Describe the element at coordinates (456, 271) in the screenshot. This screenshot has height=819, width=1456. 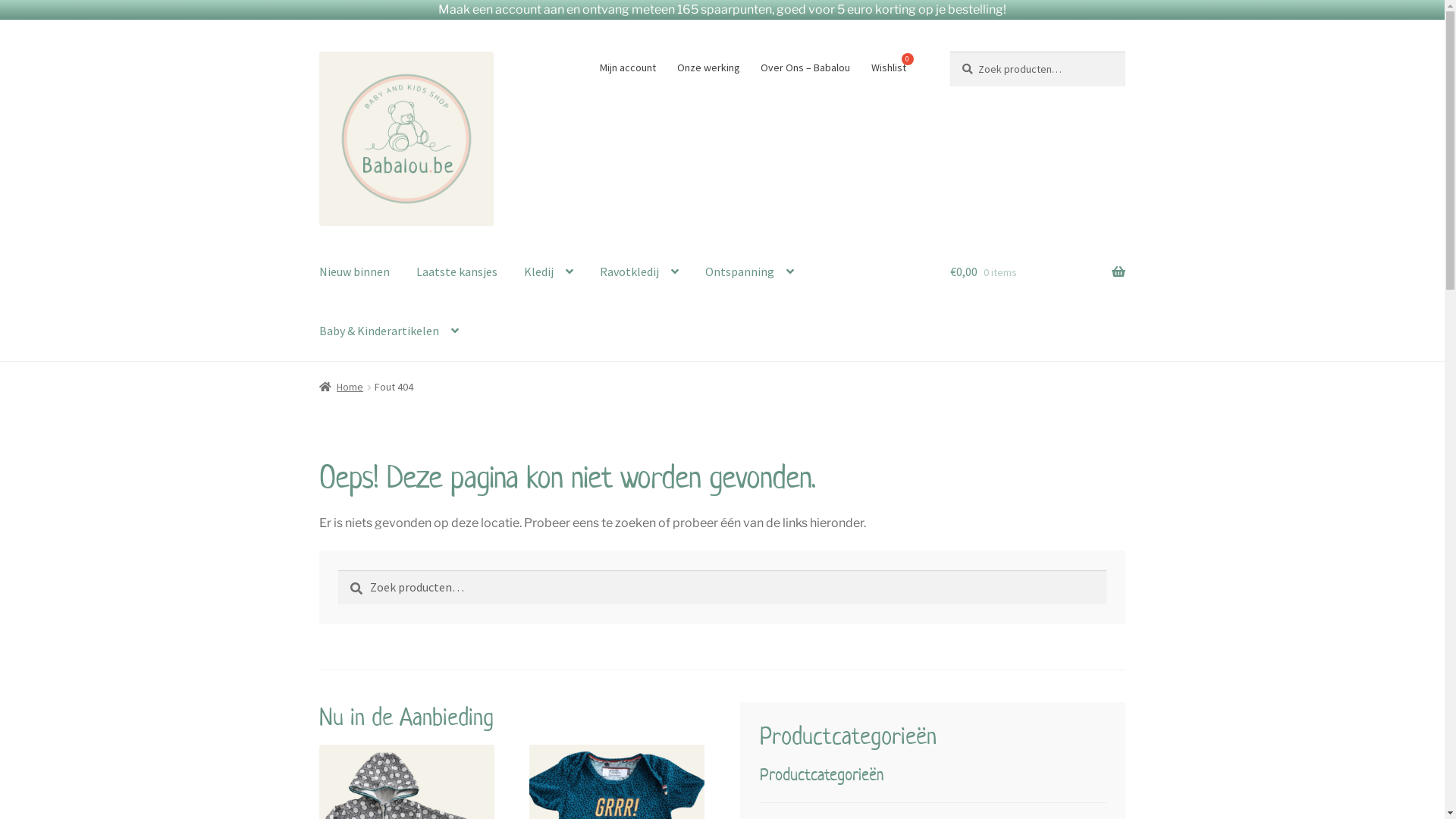
I see `'Laatste kansjes'` at that location.